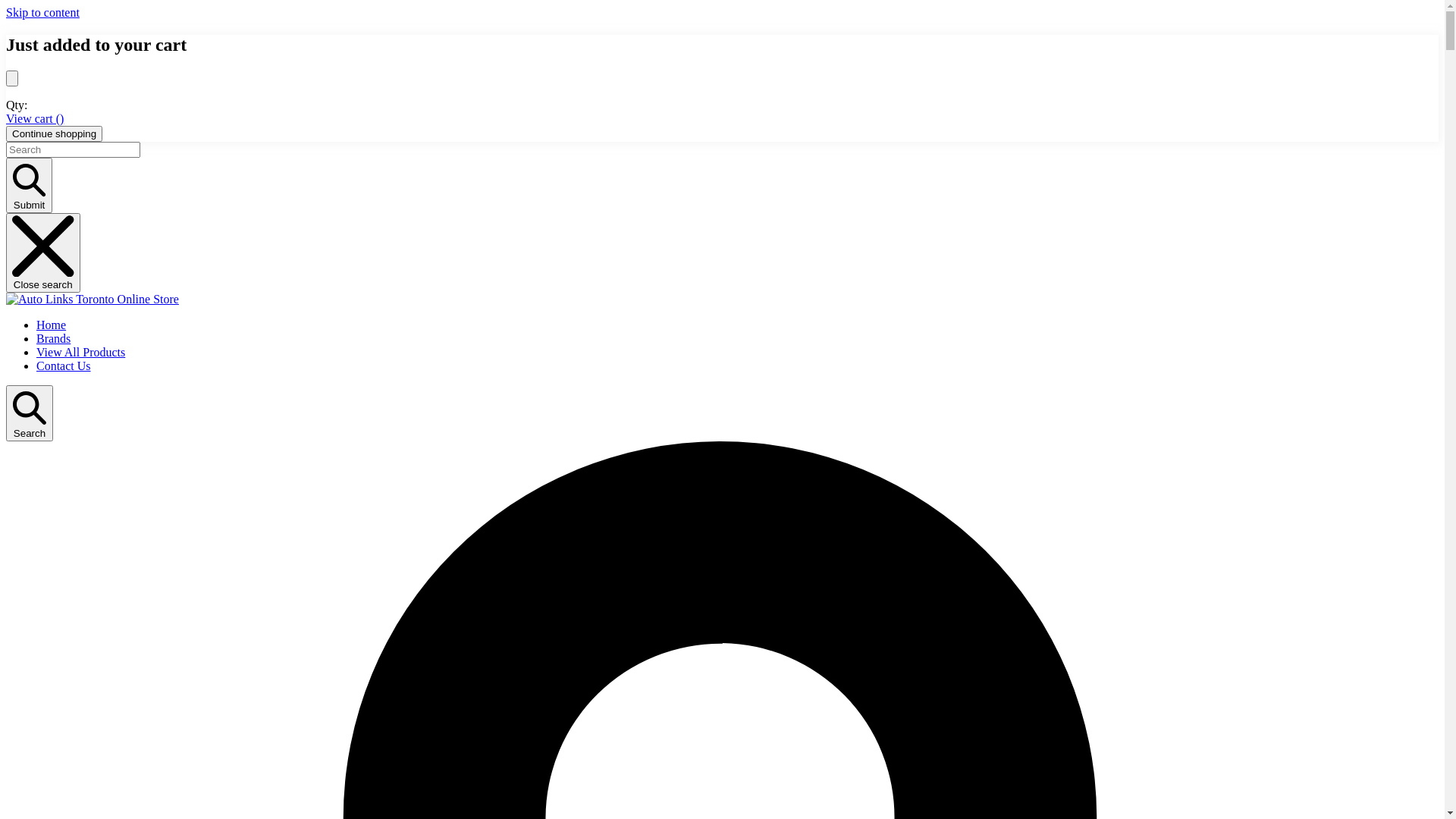 This screenshot has width=1456, height=819. What do you see at coordinates (6, 12) in the screenshot?
I see `'Skip to content'` at bounding box center [6, 12].